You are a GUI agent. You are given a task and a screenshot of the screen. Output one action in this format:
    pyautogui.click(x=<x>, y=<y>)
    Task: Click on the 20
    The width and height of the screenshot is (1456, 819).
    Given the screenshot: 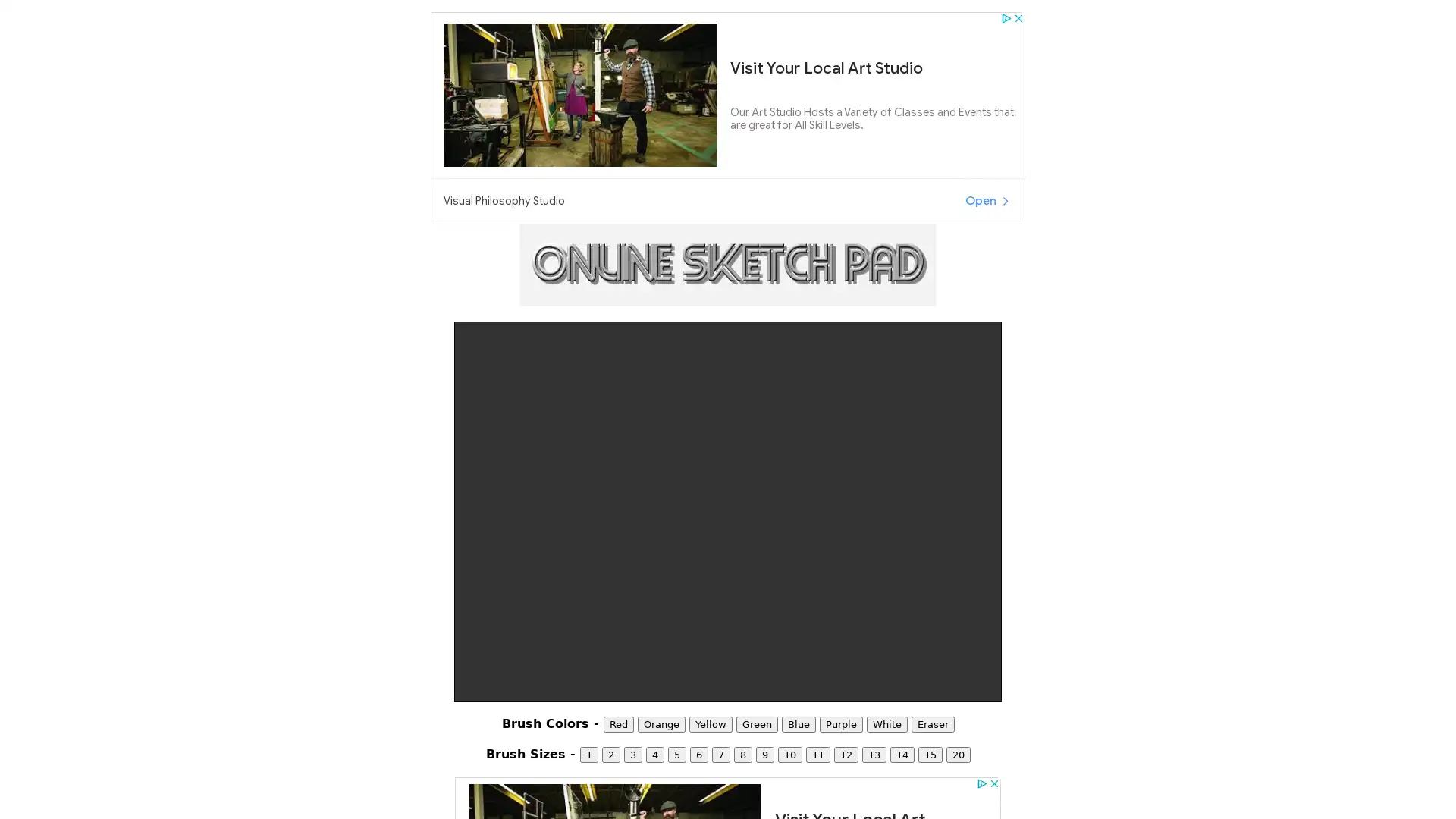 What is the action you would take?
    pyautogui.click(x=956, y=755)
    